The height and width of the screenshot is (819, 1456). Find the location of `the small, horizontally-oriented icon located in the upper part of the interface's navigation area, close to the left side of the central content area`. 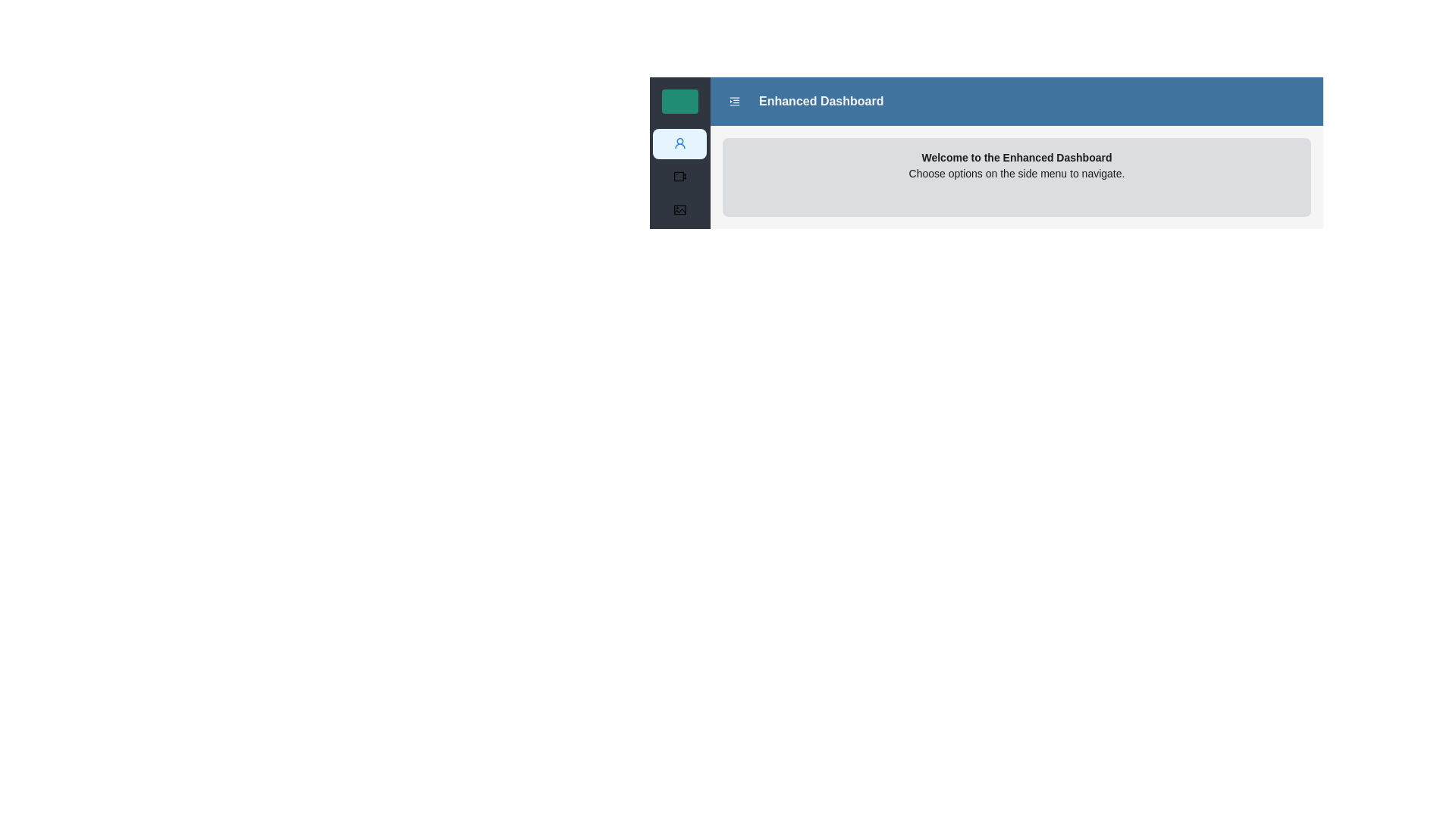

the small, horizontally-oriented icon located in the upper part of the interface's navigation area, close to the left side of the central content area is located at coordinates (735, 101).